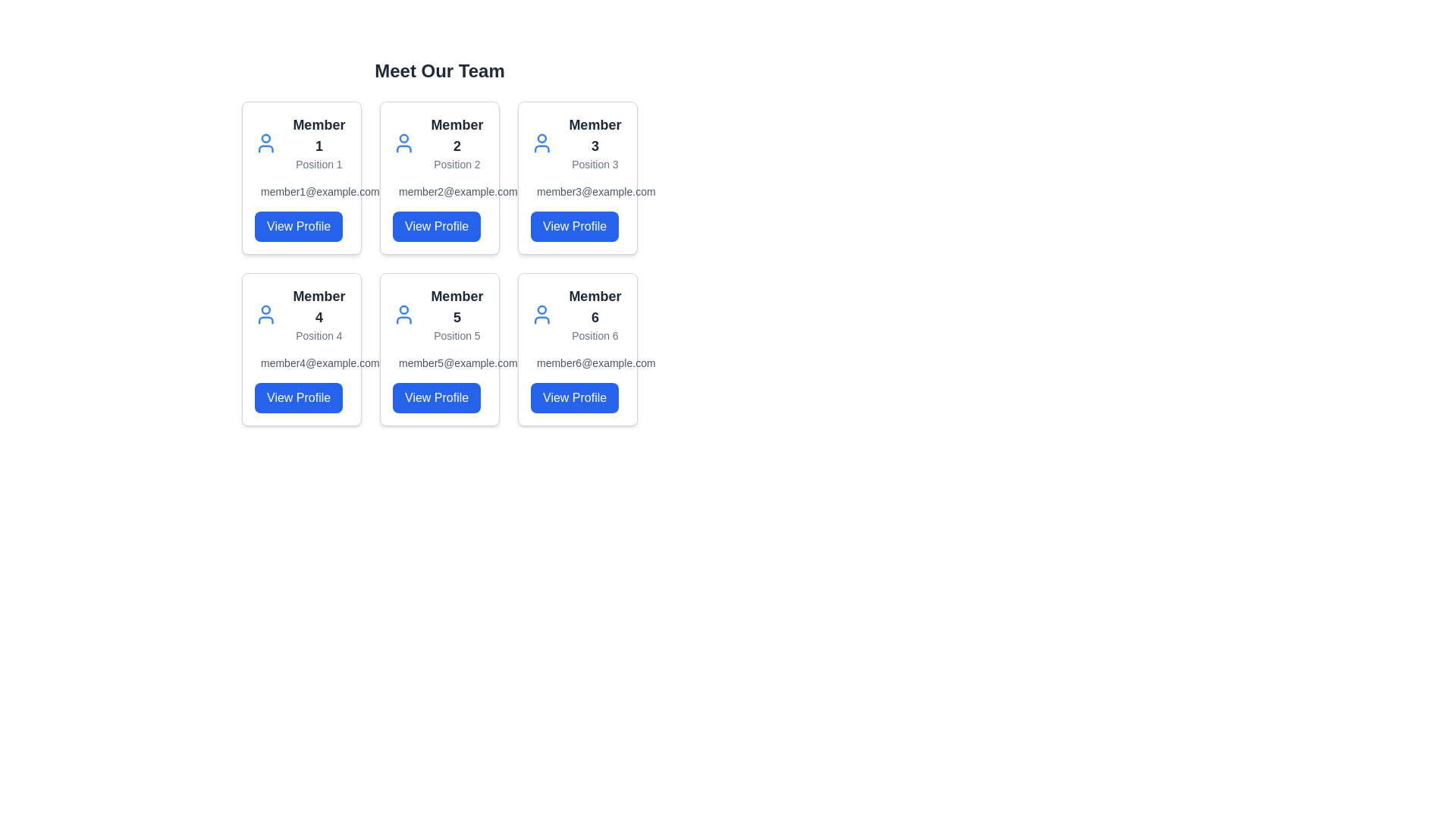 The image size is (1456, 819). What do you see at coordinates (541, 138) in the screenshot?
I see `the circular head icon in the 'Meet Our Team' grid layout, specifically the member labeled 'Member 3' located in the first row, third column` at bounding box center [541, 138].